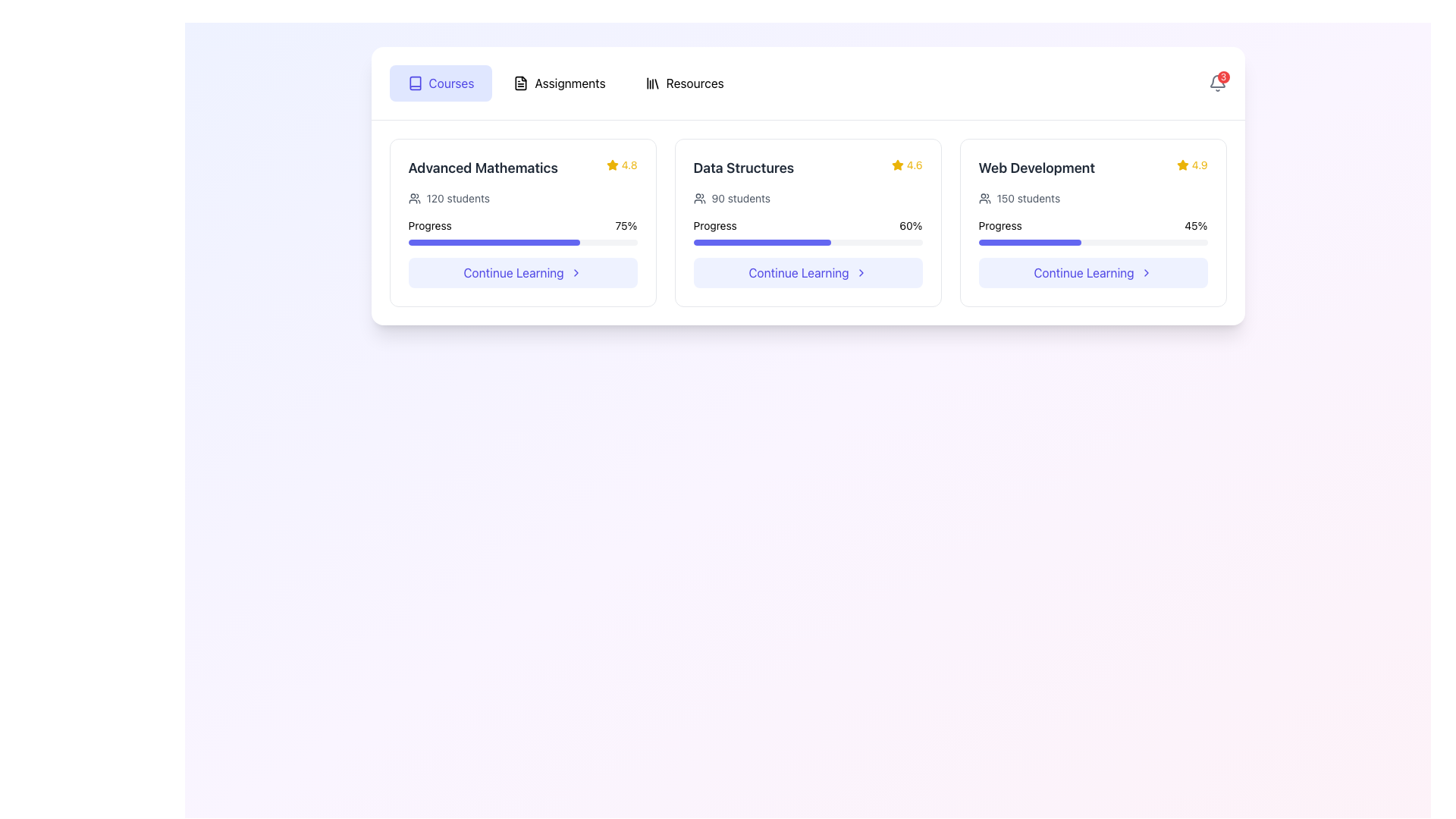 This screenshot has width=1456, height=819. What do you see at coordinates (522, 271) in the screenshot?
I see `the button located at the bottom of the 'Advanced Mathematics' card to proceed with learning activities` at bounding box center [522, 271].